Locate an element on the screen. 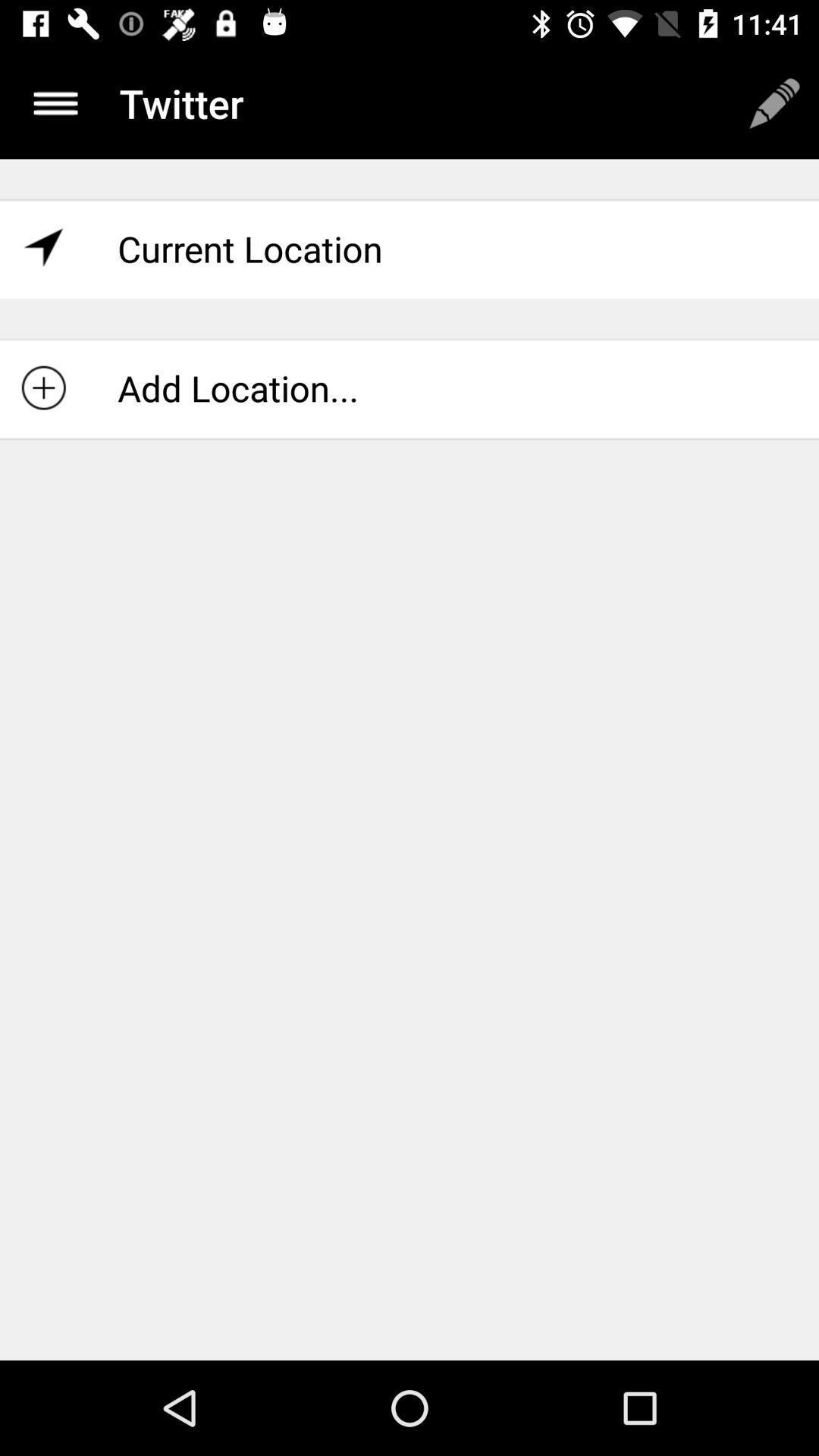  the current location item is located at coordinates (409, 249).